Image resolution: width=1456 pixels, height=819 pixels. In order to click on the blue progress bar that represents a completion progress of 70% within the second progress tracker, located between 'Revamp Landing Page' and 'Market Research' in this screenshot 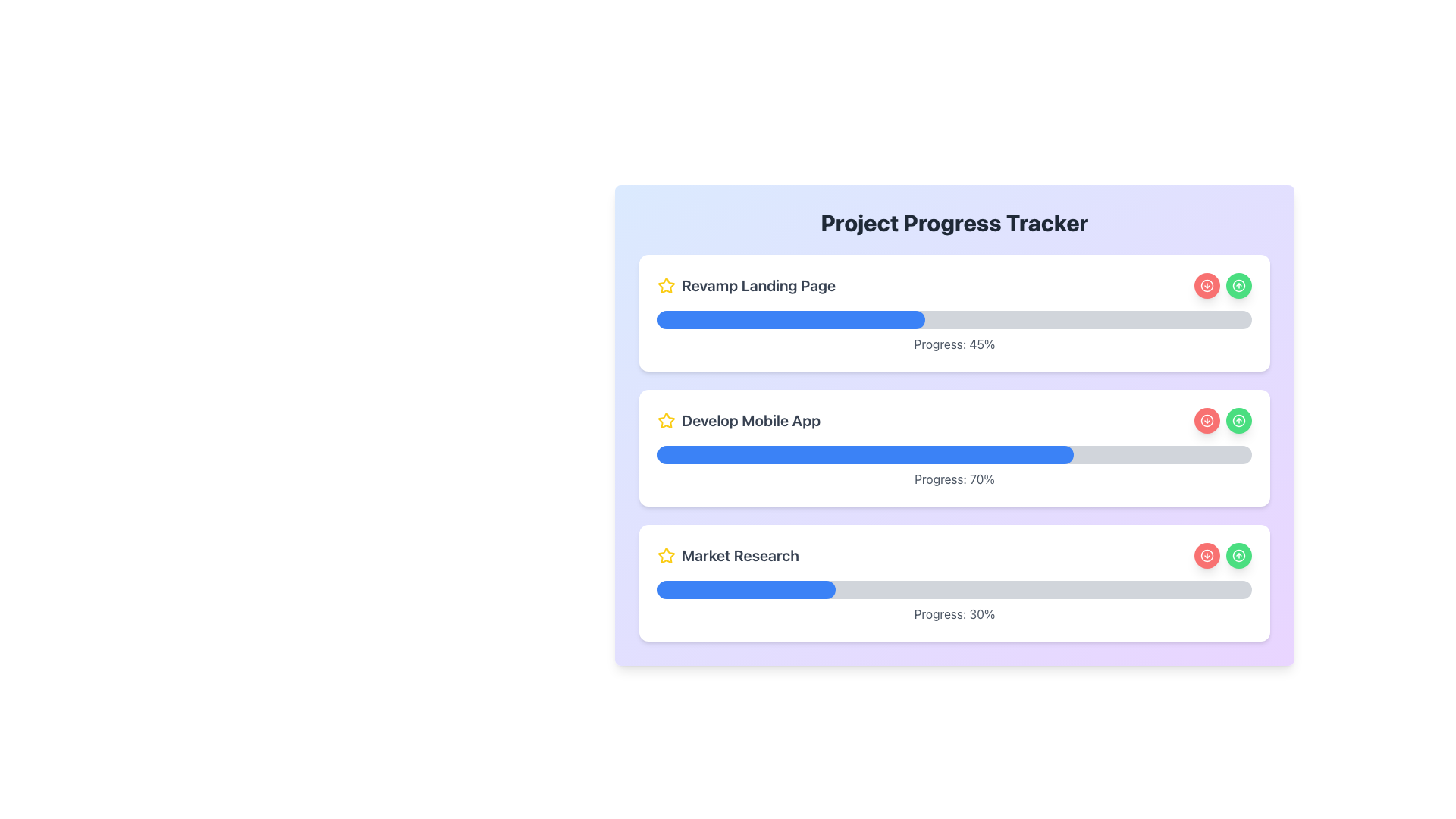, I will do `click(865, 454)`.